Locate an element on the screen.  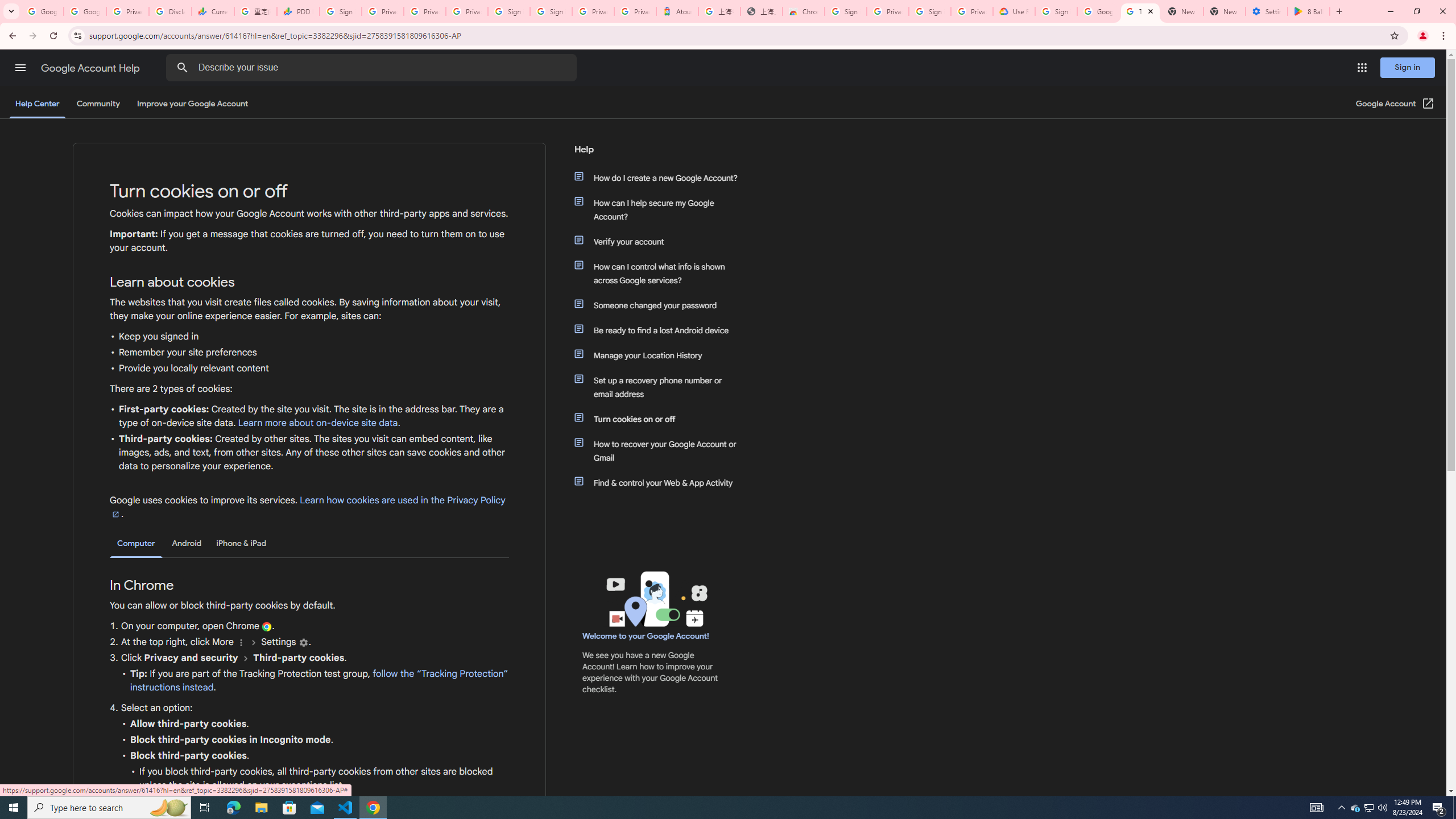
'How can I control what info is shown across Google services?' is located at coordinates (661, 272).